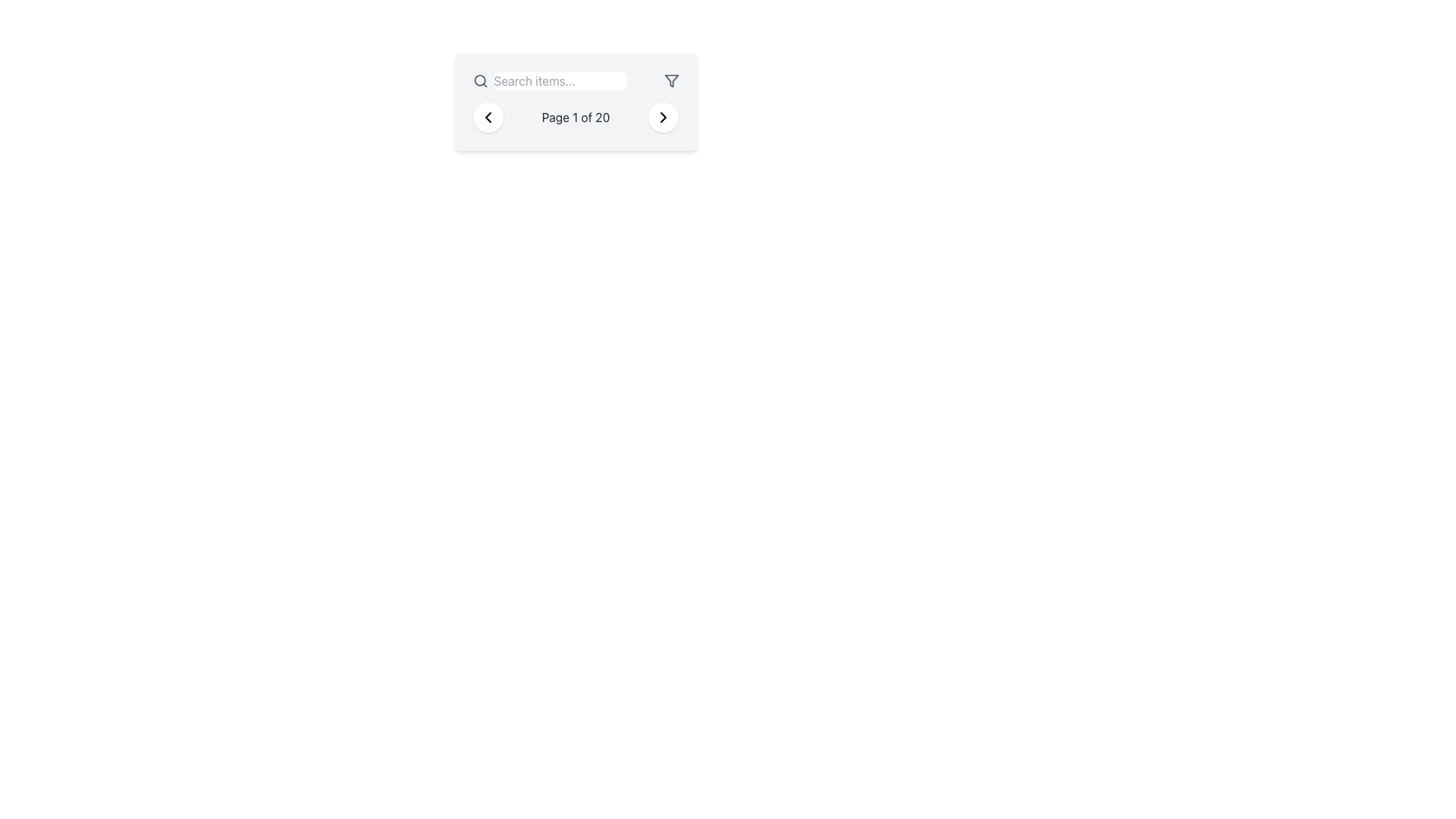 Image resolution: width=1456 pixels, height=819 pixels. What do you see at coordinates (479, 81) in the screenshot?
I see `the search icon resembling a magnifying glass, which is styled with a circular outline and is located at the top-left area of the search bar labeled 'Search items...'` at bounding box center [479, 81].